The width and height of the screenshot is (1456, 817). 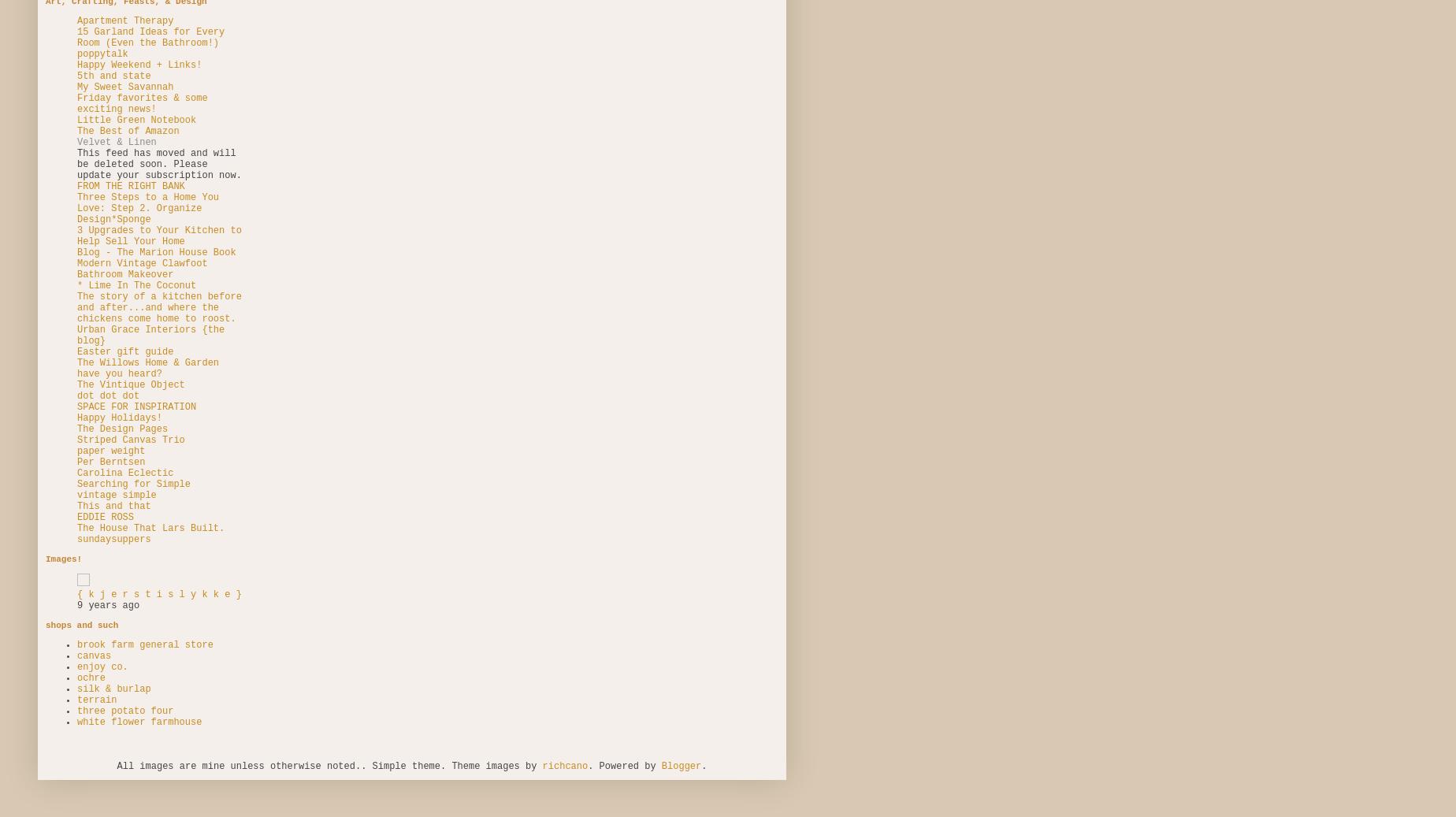 I want to click on 'paper weight', so click(x=111, y=451).